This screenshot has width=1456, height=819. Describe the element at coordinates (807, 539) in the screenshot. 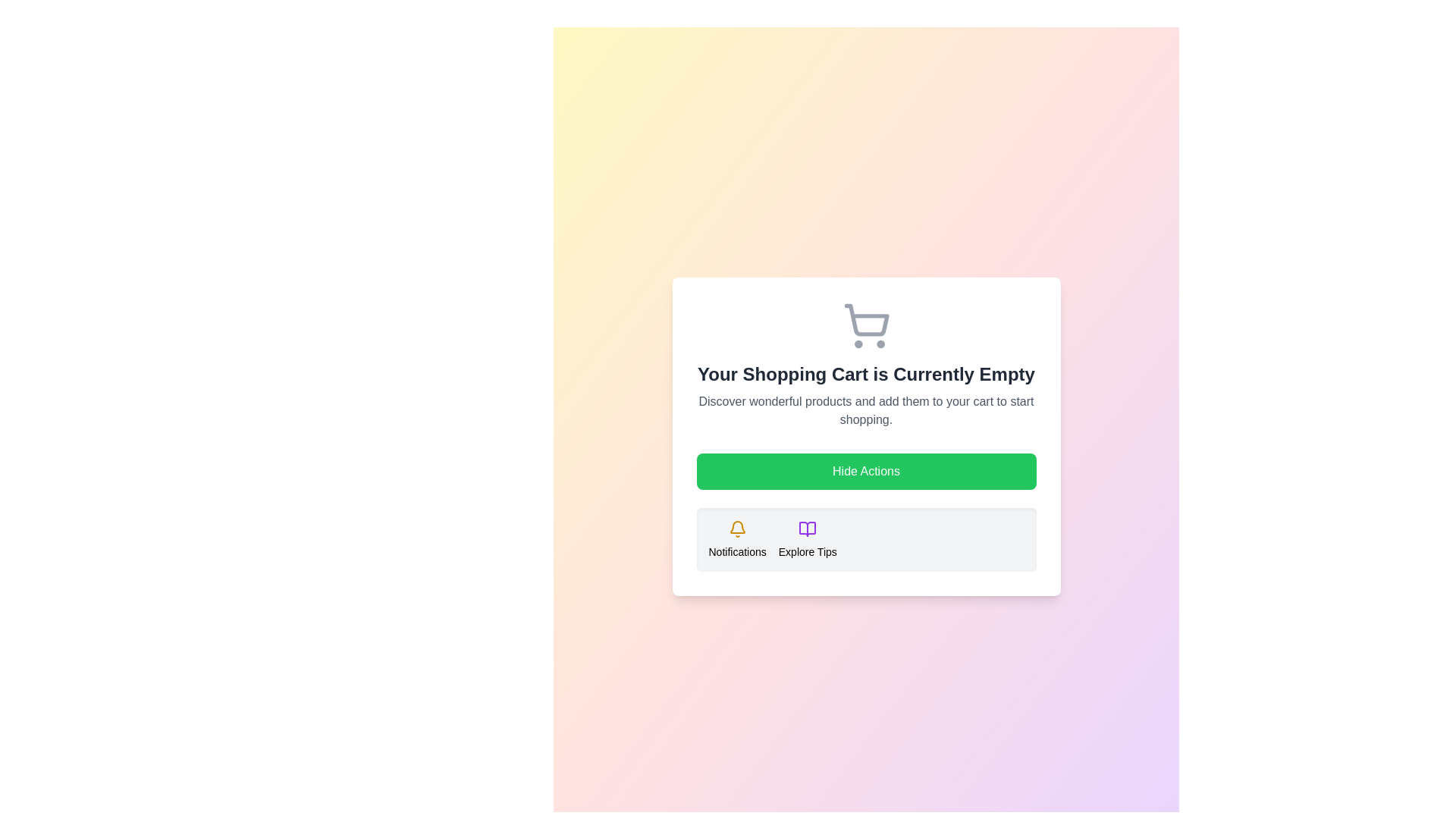

I see `the informational section button located to the right of the 'Notifications' block` at that location.